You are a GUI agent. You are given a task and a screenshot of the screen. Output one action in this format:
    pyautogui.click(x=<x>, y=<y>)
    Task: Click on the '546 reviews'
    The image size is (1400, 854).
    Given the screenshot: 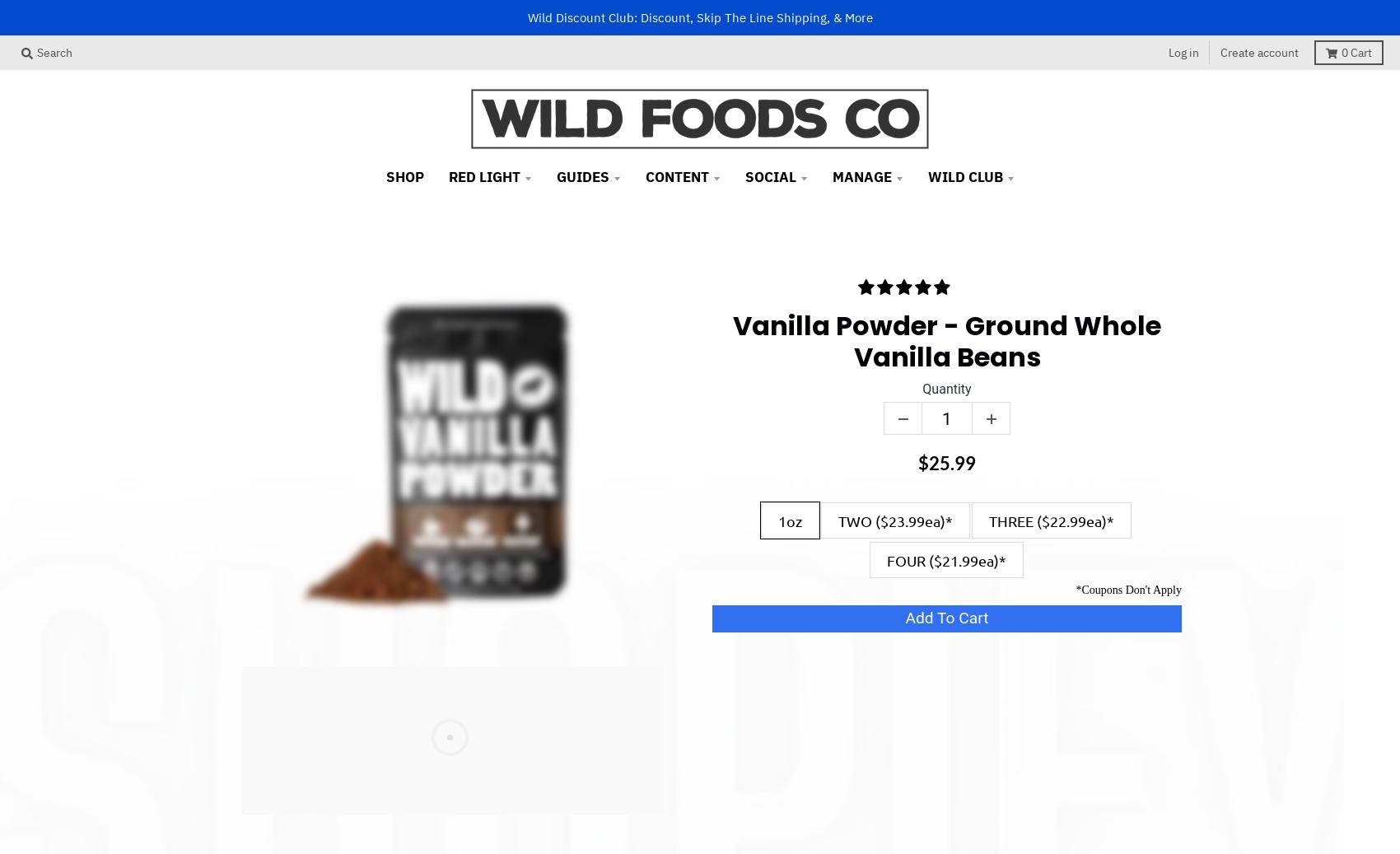 What is the action you would take?
    pyautogui.click(x=953, y=287)
    